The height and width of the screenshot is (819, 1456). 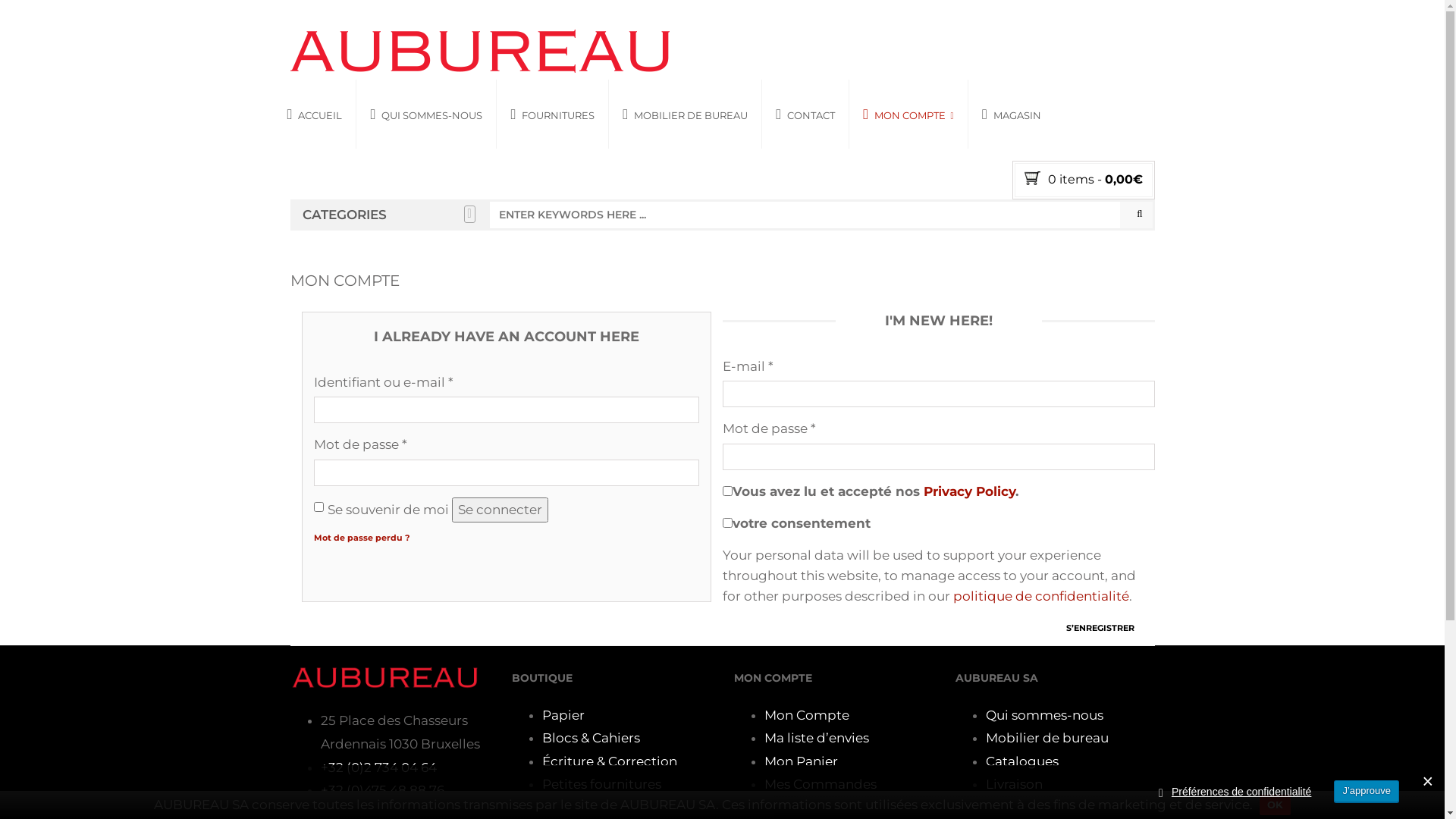 I want to click on 'Mot de passe perdu ?', so click(x=360, y=537).